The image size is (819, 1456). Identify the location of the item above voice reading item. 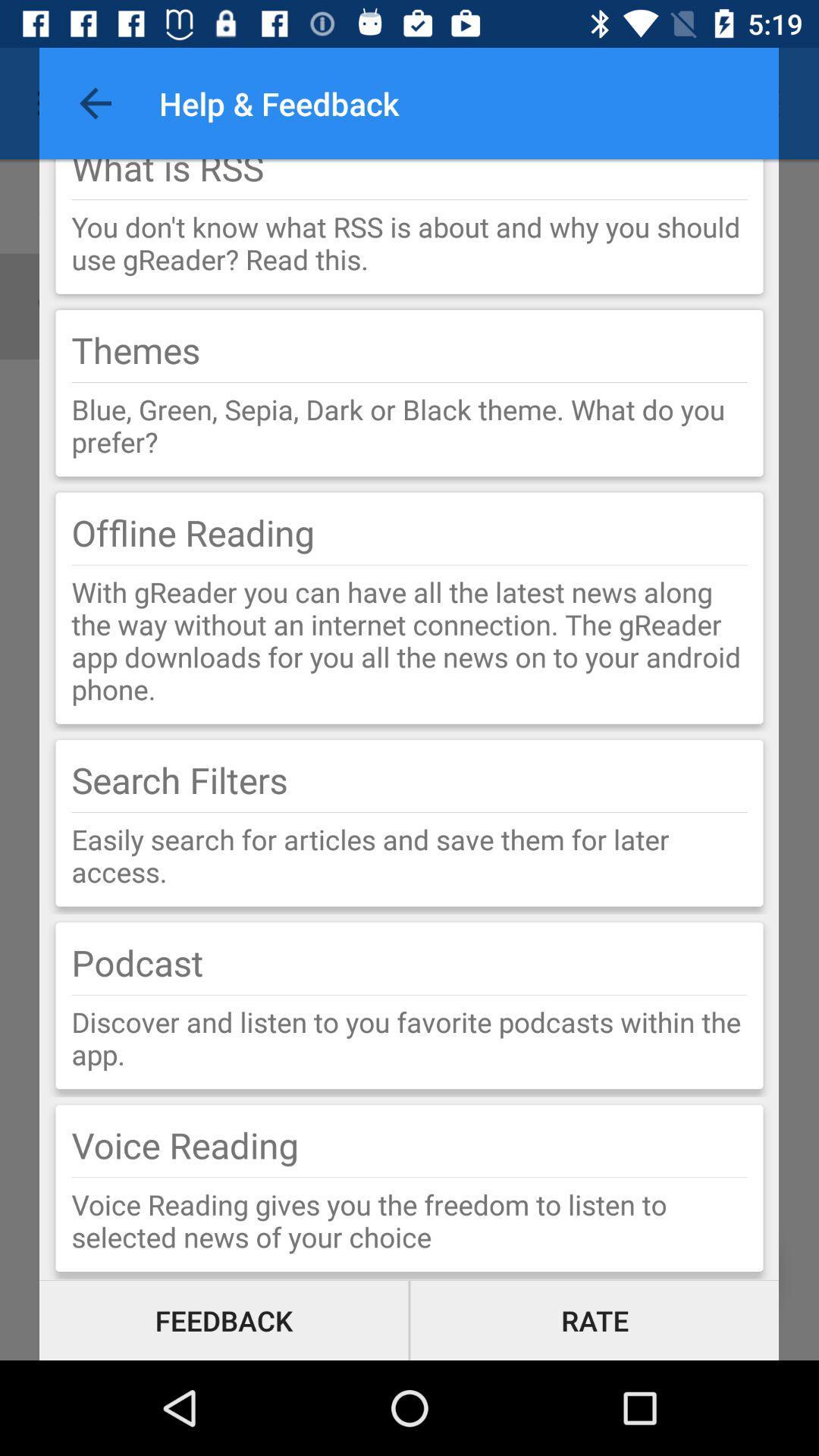
(409, 1037).